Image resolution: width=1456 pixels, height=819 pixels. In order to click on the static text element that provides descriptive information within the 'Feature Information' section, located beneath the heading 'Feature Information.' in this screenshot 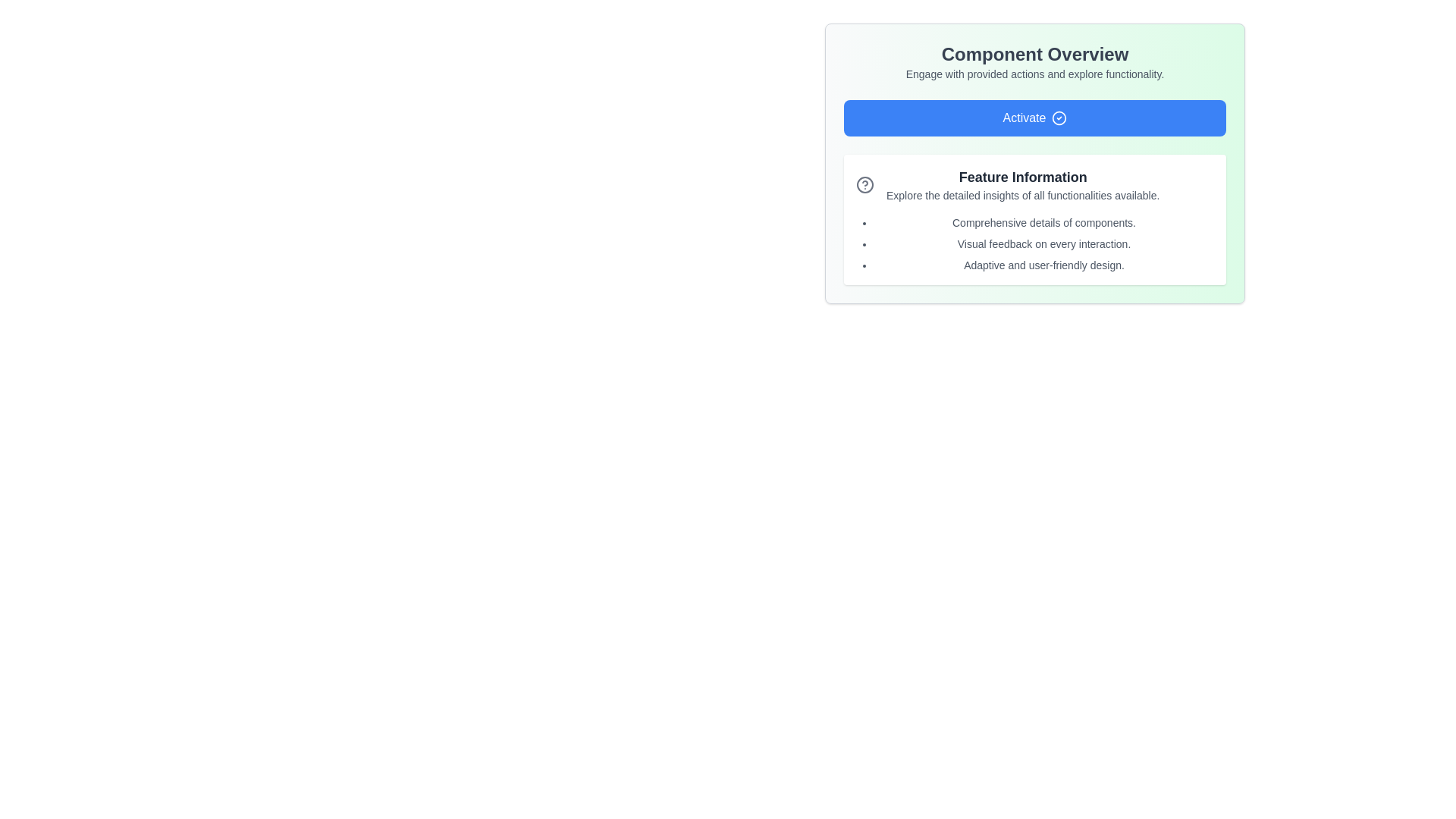, I will do `click(1023, 195)`.